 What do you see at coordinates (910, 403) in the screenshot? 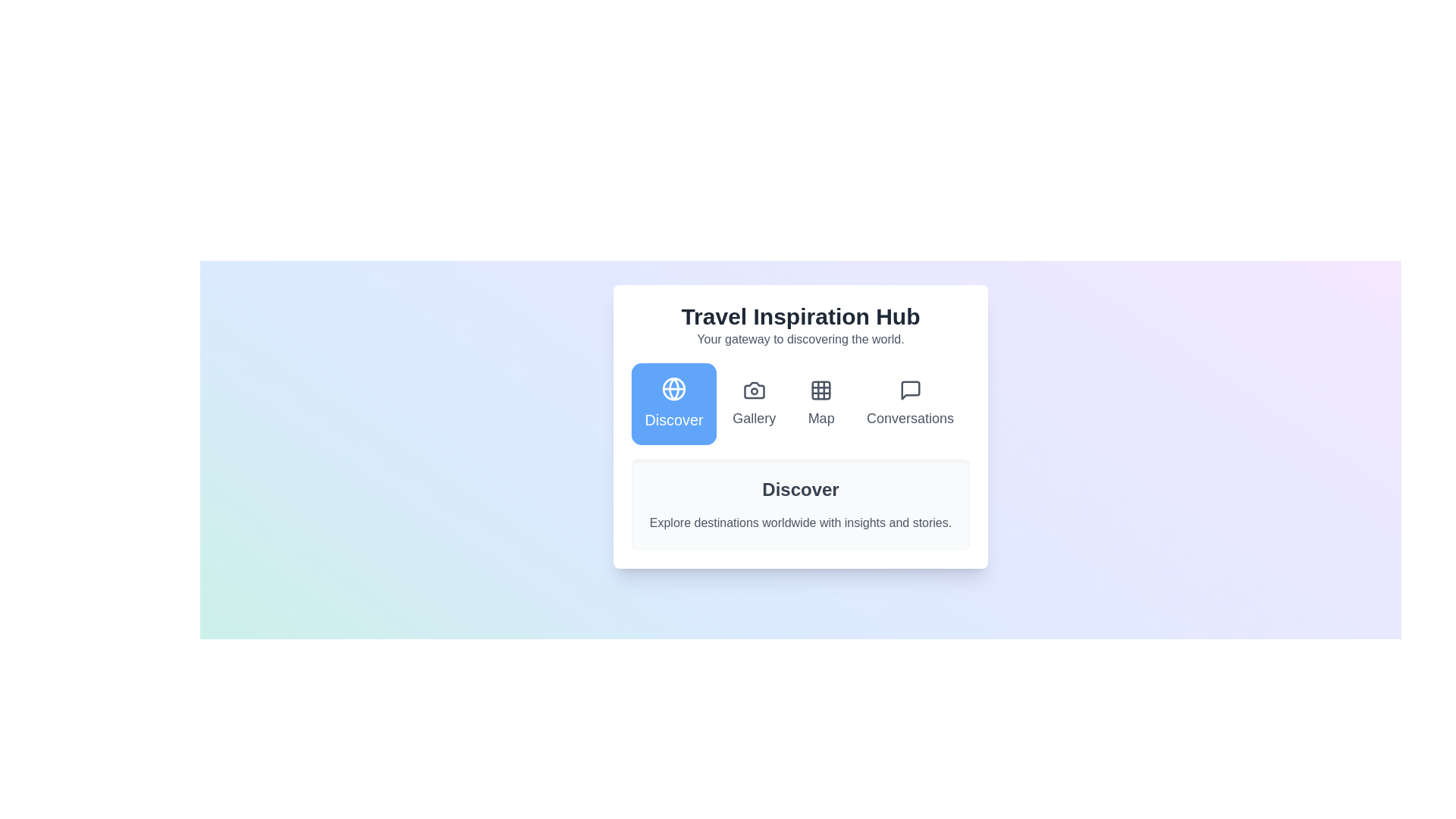
I see `the 'Conversations' button, which is a vertically-aligned button with a speech bubble icon and gray text that turns blue on hover, located under the 'Travel Inspiration Hub'` at bounding box center [910, 403].